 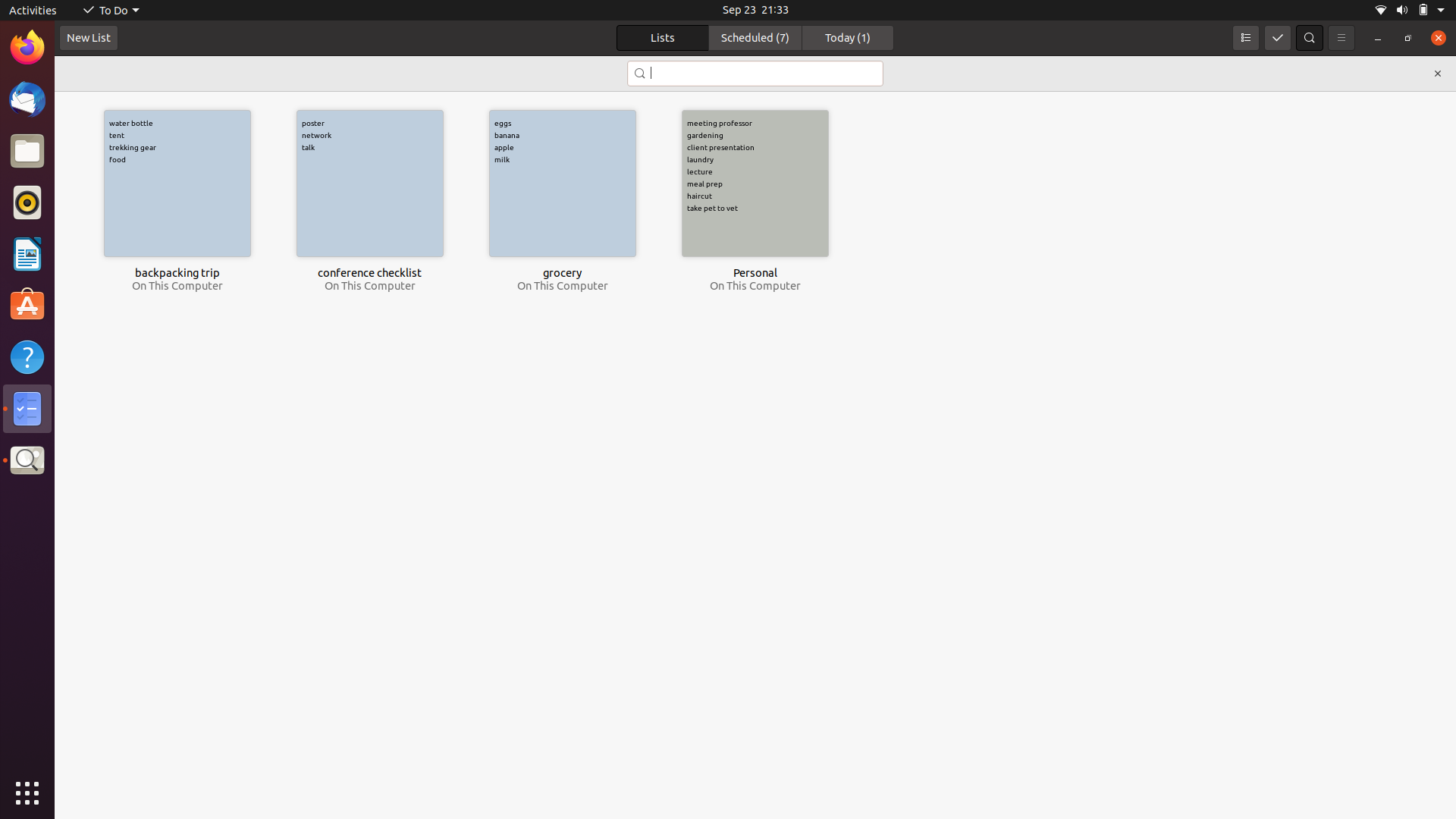 I want to click on the "Scheduled" section, so click(x=755, y=37).